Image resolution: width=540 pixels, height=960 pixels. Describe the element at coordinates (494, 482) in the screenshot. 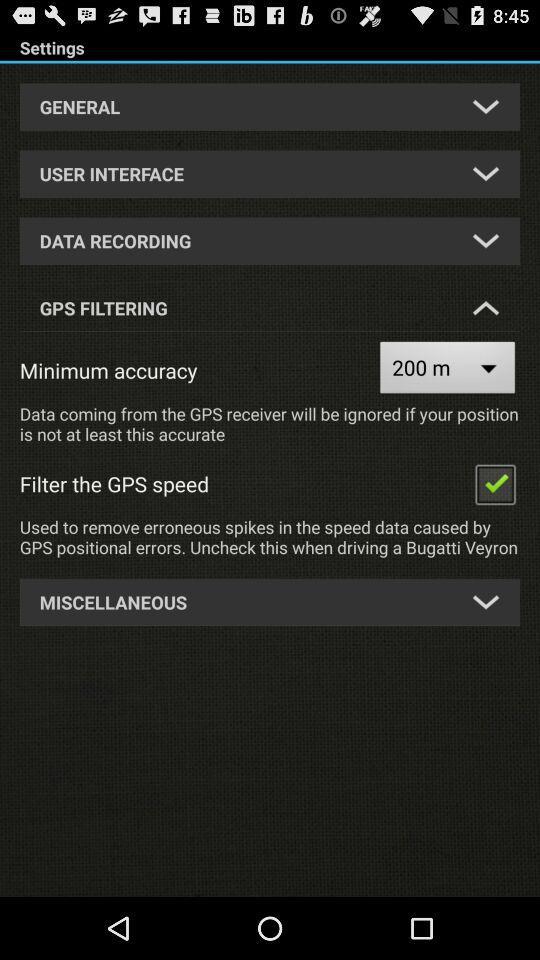

I see `filter the gps speed` at that location.